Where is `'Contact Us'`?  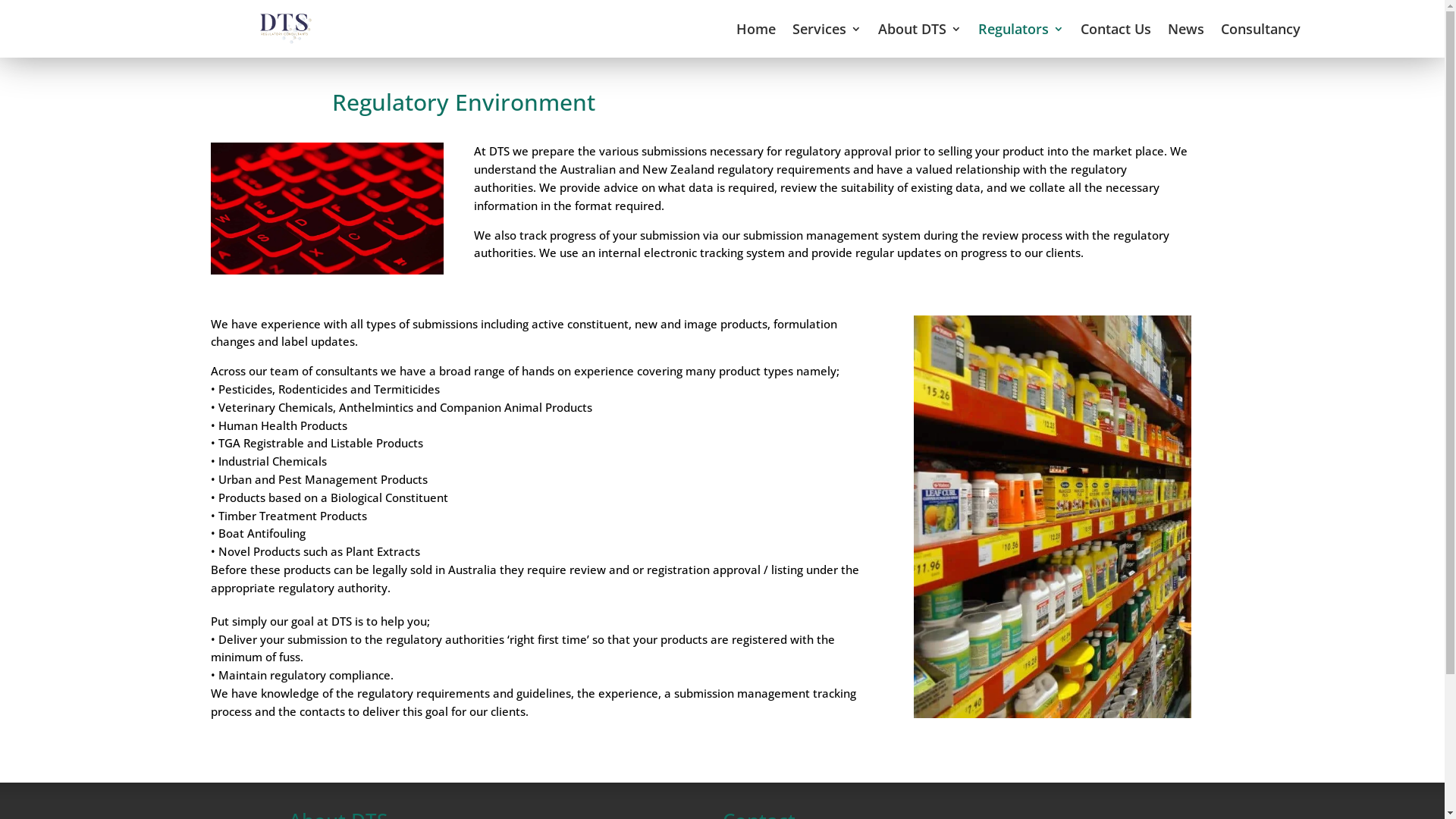
'Contact Us' is located at coordinates (1115, 29).